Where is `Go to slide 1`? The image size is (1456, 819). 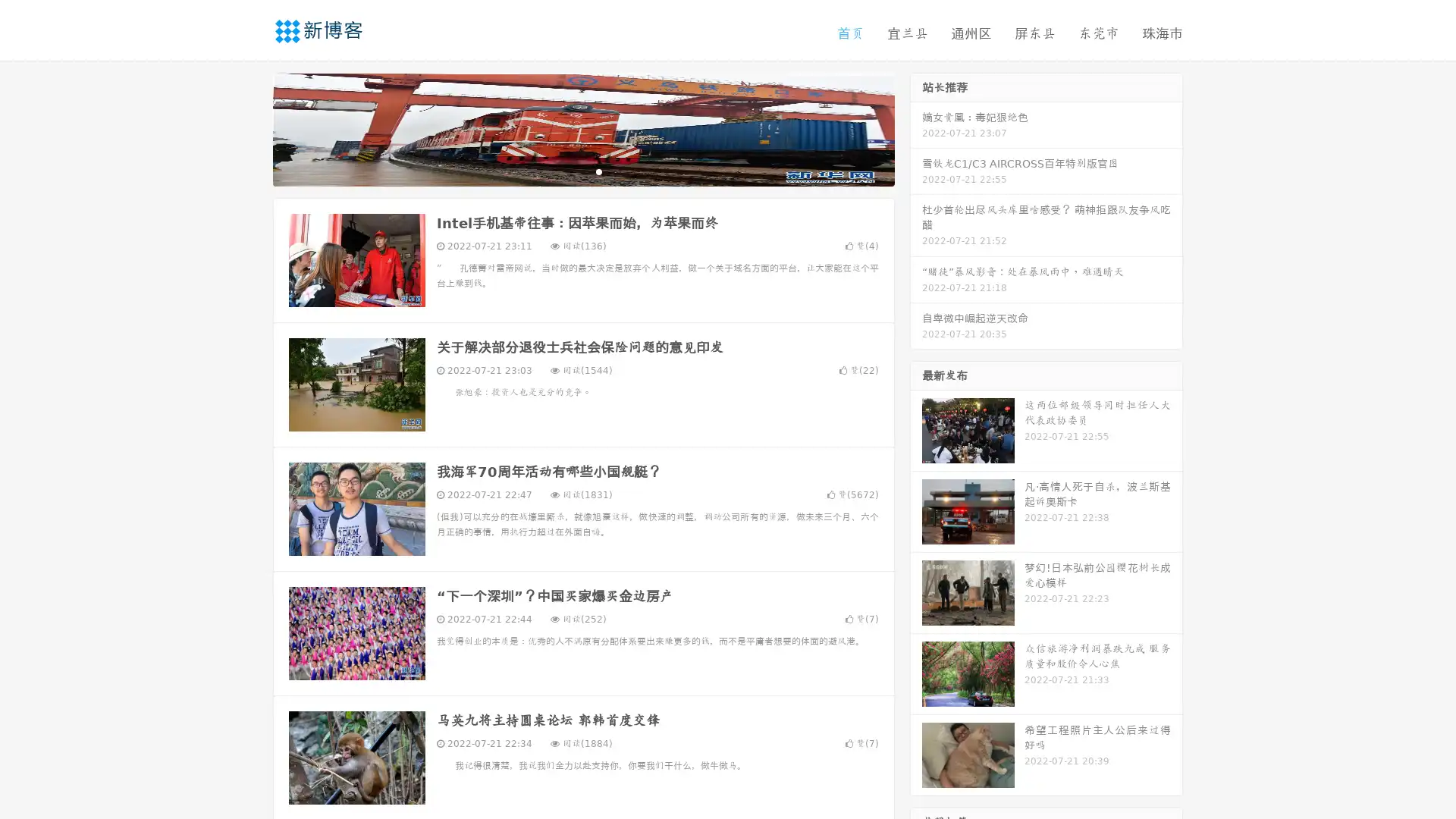
Go to slide 1 is located at coordinates (567, 171).